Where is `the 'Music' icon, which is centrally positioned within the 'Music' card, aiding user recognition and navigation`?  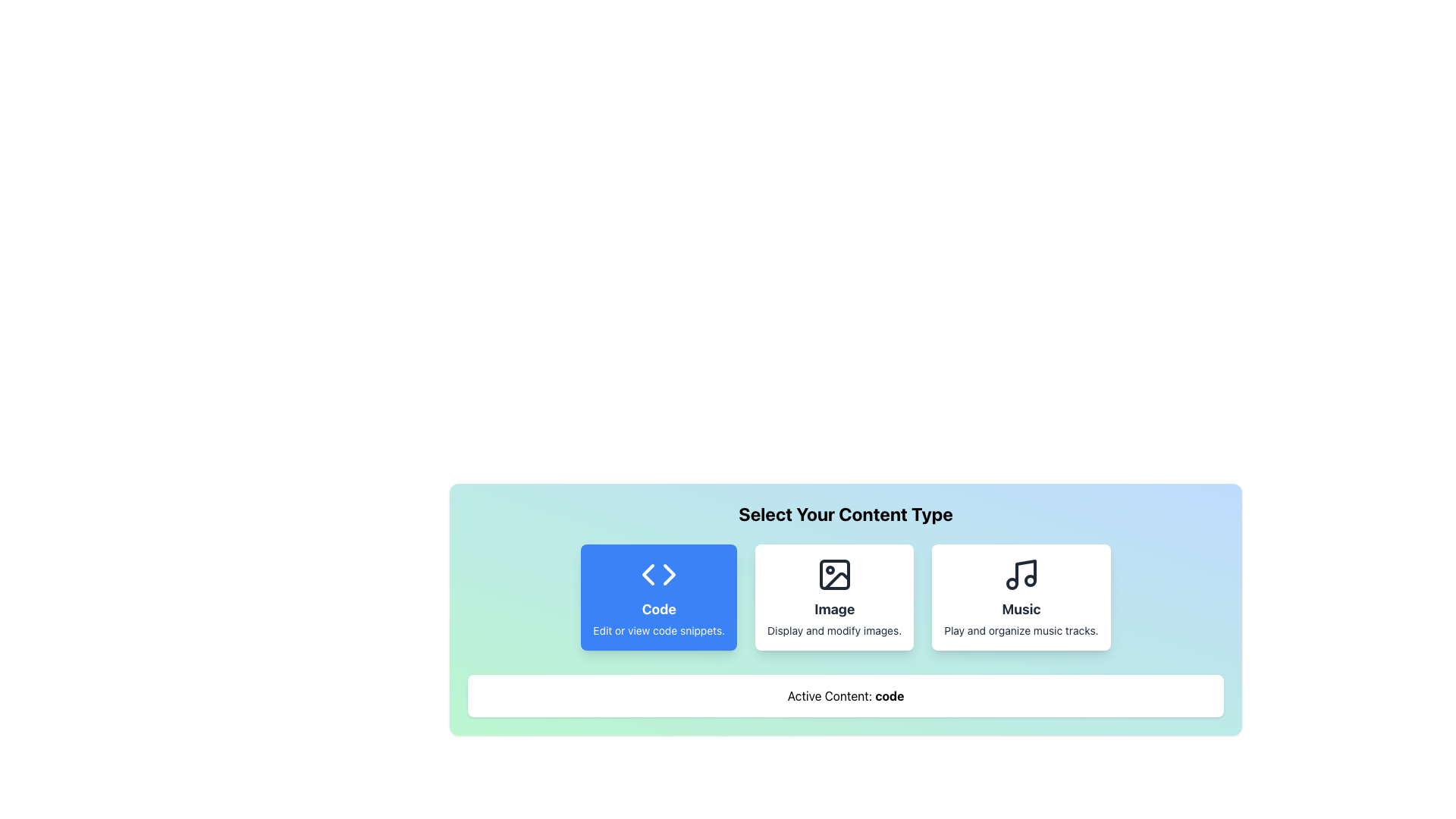
the 'Music' icon, which is centrally positioned within the 'Music' card, aiding user recognition and navigation is located at coordinates (1021, 575).